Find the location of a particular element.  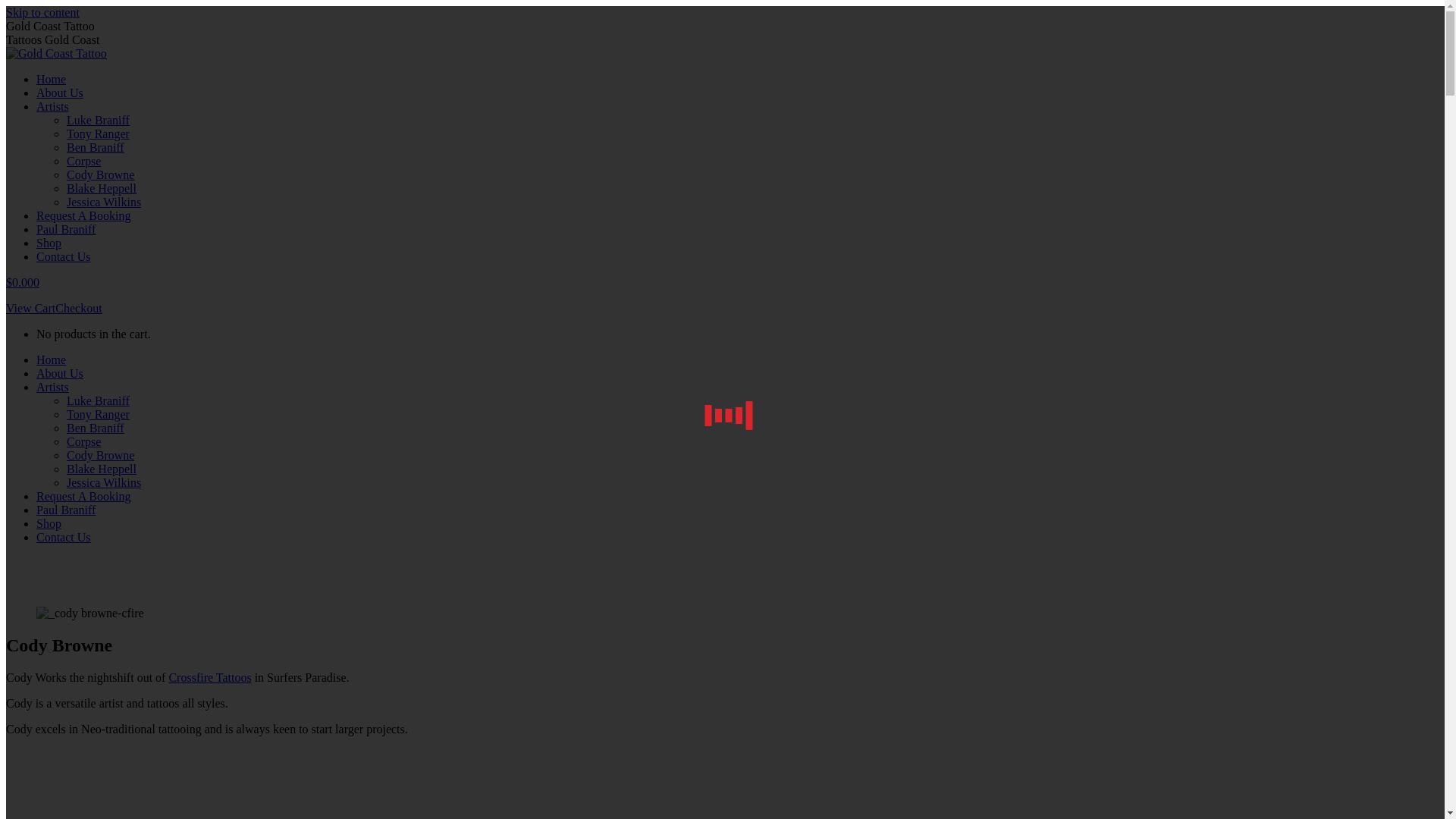

'Ben Braniff' is located at coordinates (94, 428).